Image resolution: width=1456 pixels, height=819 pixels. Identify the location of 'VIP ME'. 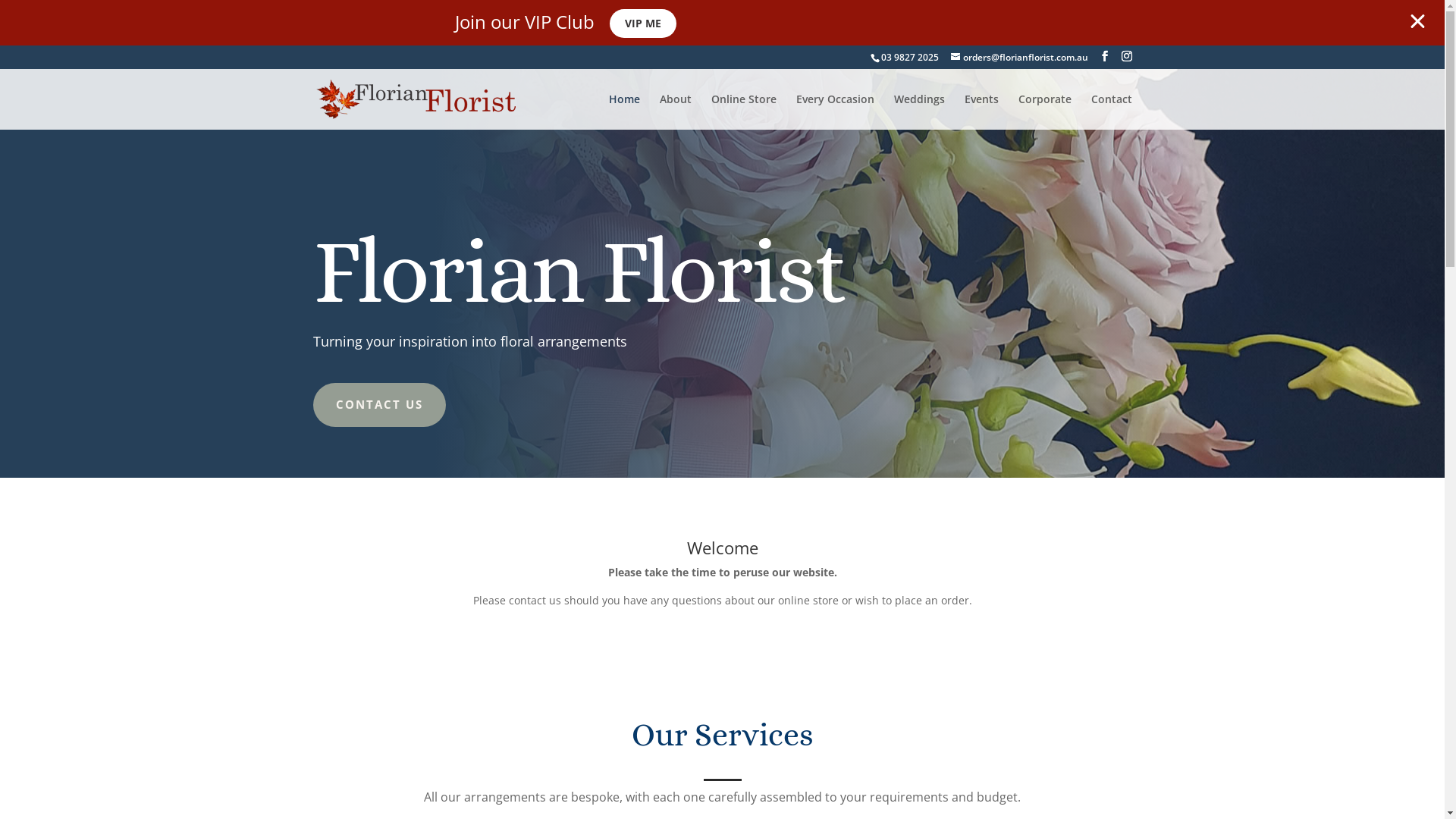
(643, 23).